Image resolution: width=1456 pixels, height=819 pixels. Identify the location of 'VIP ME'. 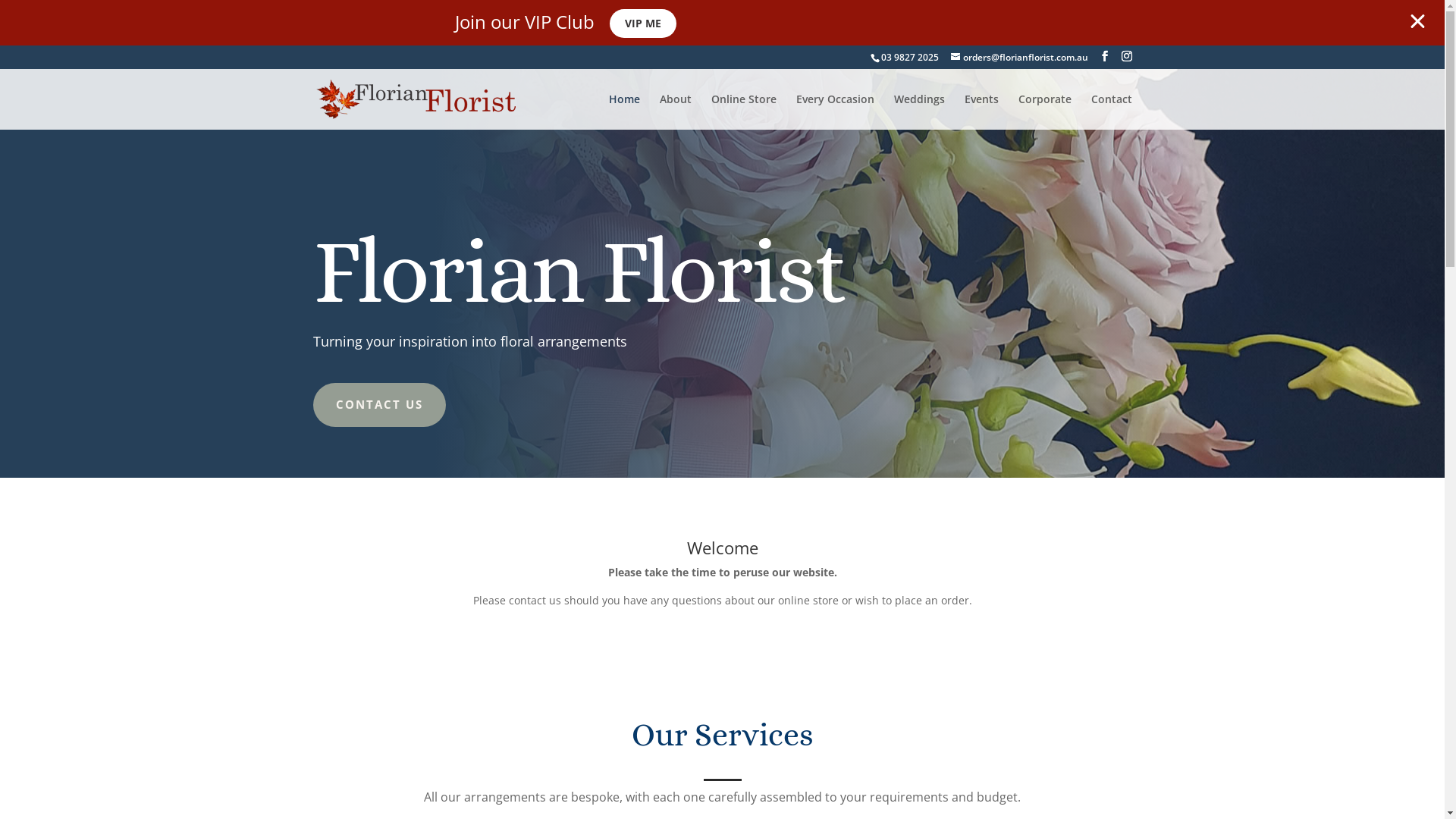
(643, 23).